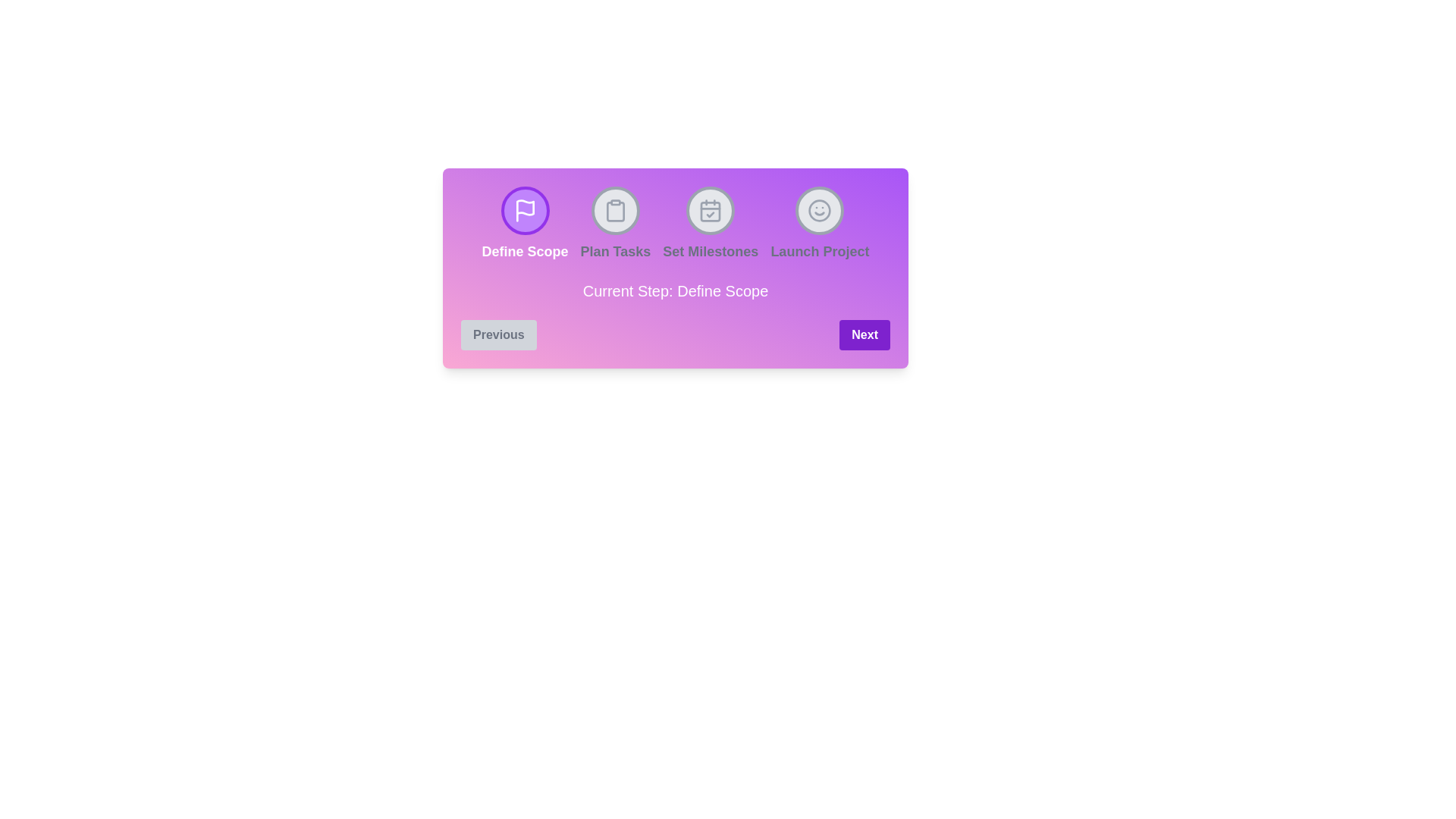 This screenshot has width=1456, height=819. Describe the element at coordinates (864, 334) in the screenshot. I see `the Next button to observe its hover effect` at that location.